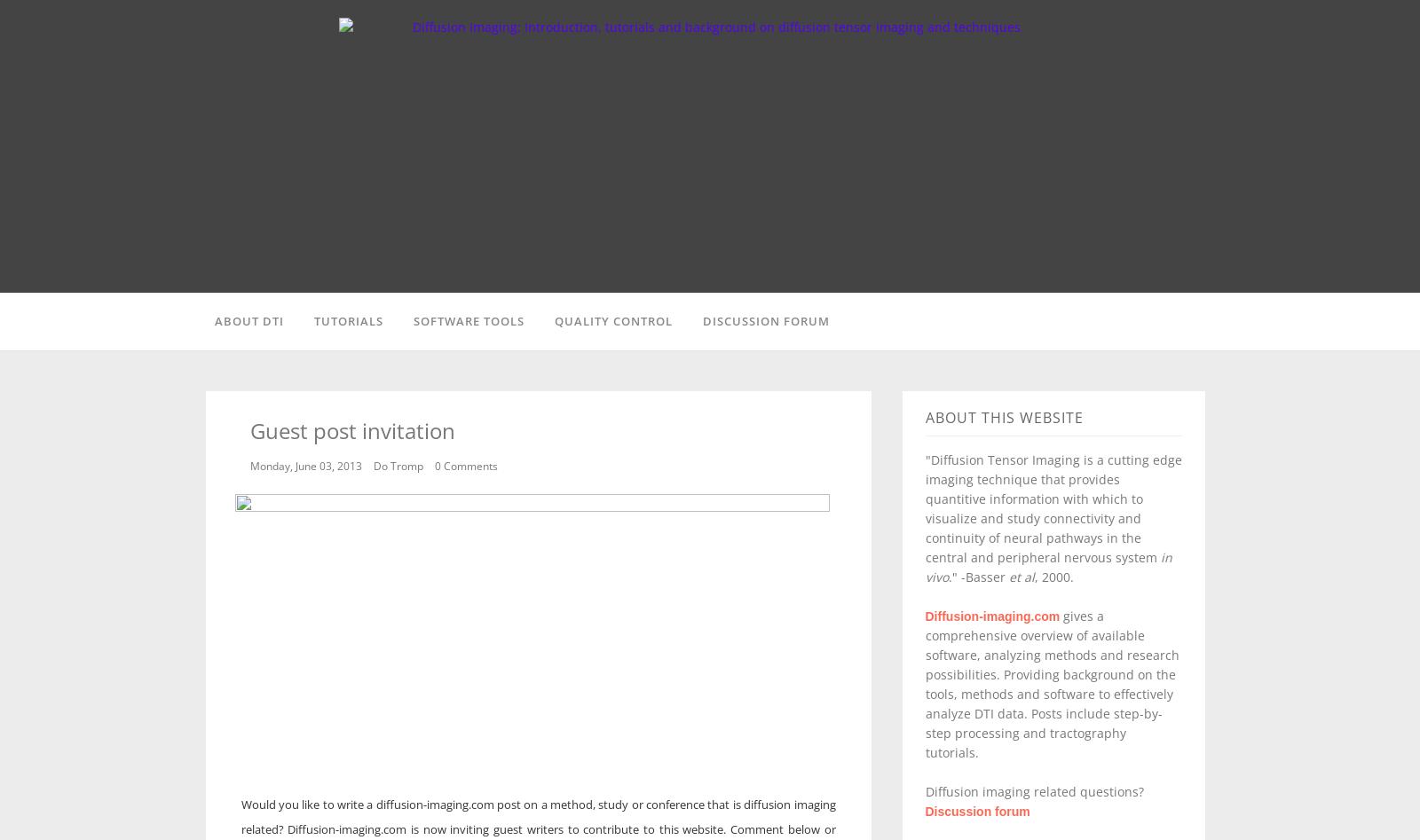  Describe the element at coordinates (398, 465) in the screenshot. I see `'Do Tromp'` at that location.